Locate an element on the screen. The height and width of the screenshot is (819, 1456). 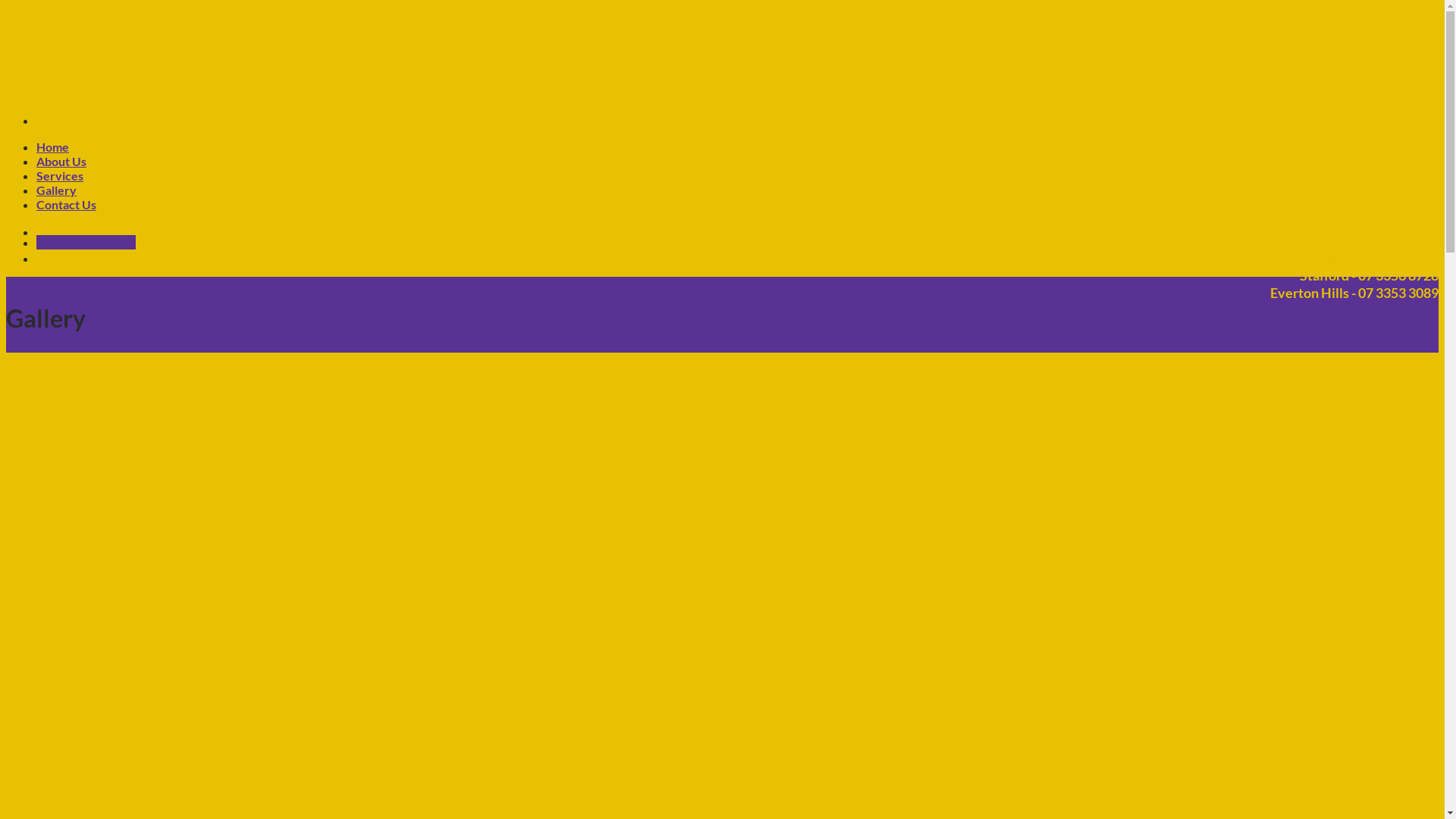
'Contact us' is located at coordinates (106, 241).